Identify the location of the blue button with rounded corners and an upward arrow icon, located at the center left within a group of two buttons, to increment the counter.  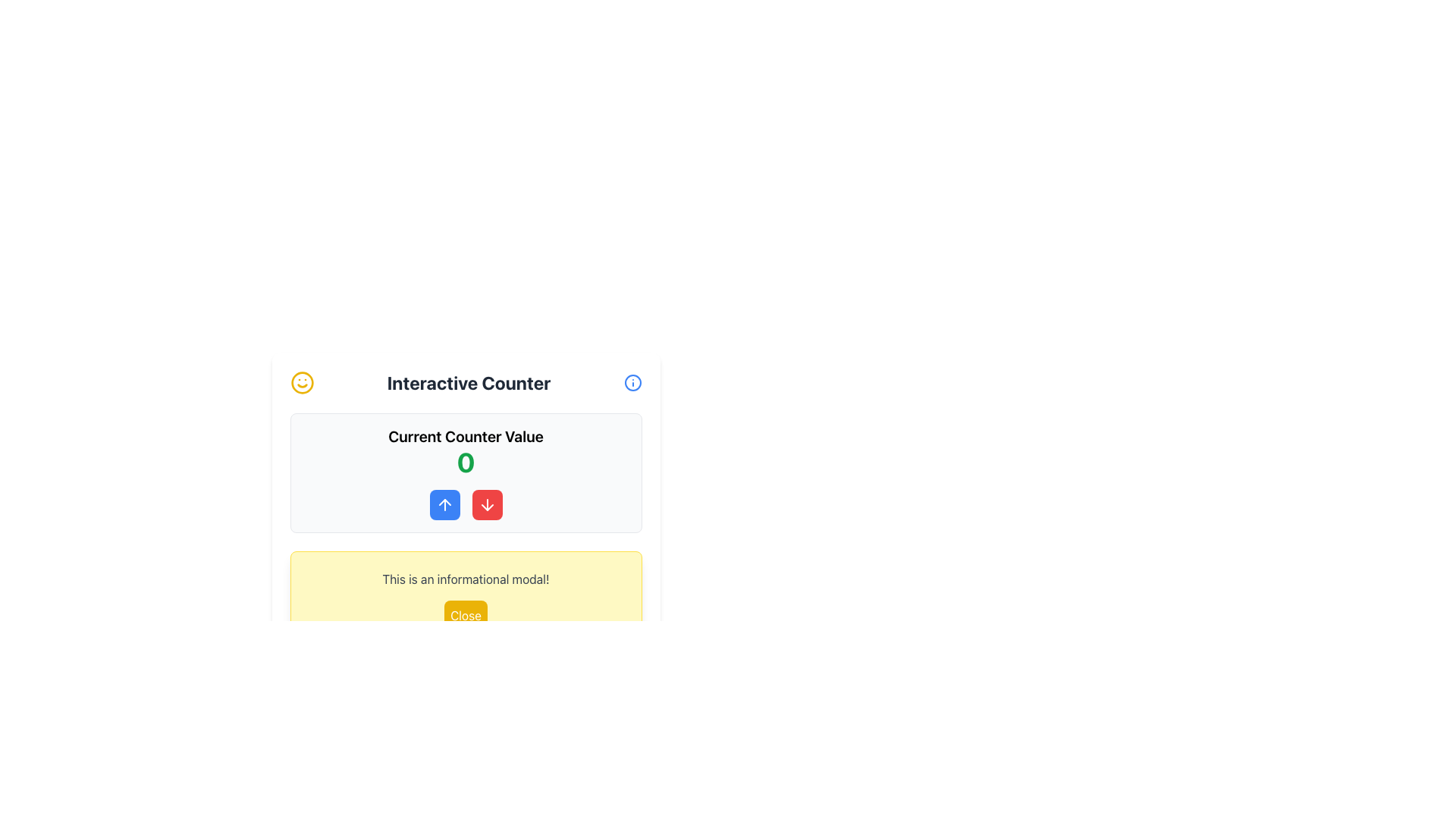
(444, 505).